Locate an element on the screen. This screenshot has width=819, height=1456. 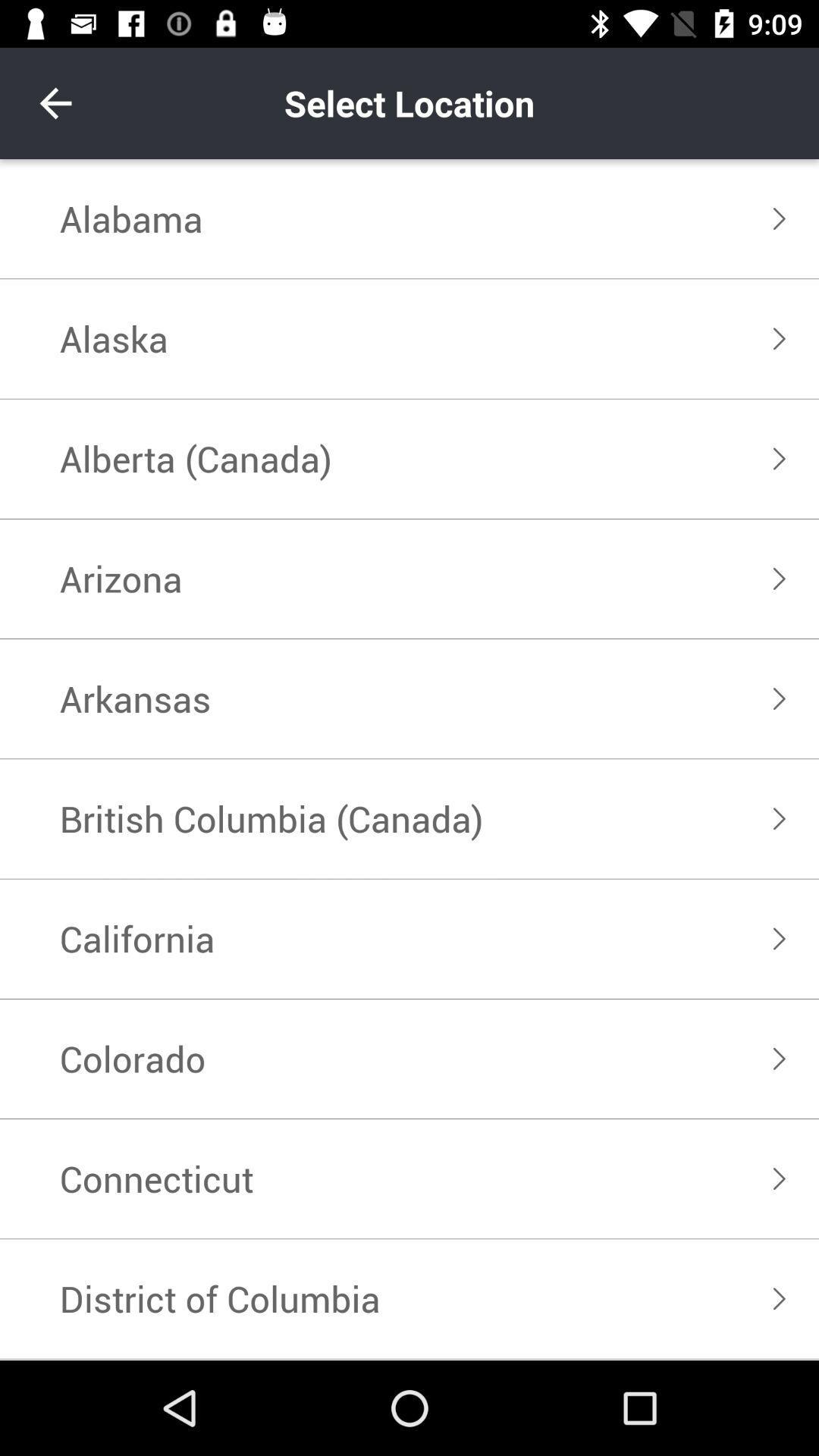
icon to the left of select location item is located at coordinates (55, 102).